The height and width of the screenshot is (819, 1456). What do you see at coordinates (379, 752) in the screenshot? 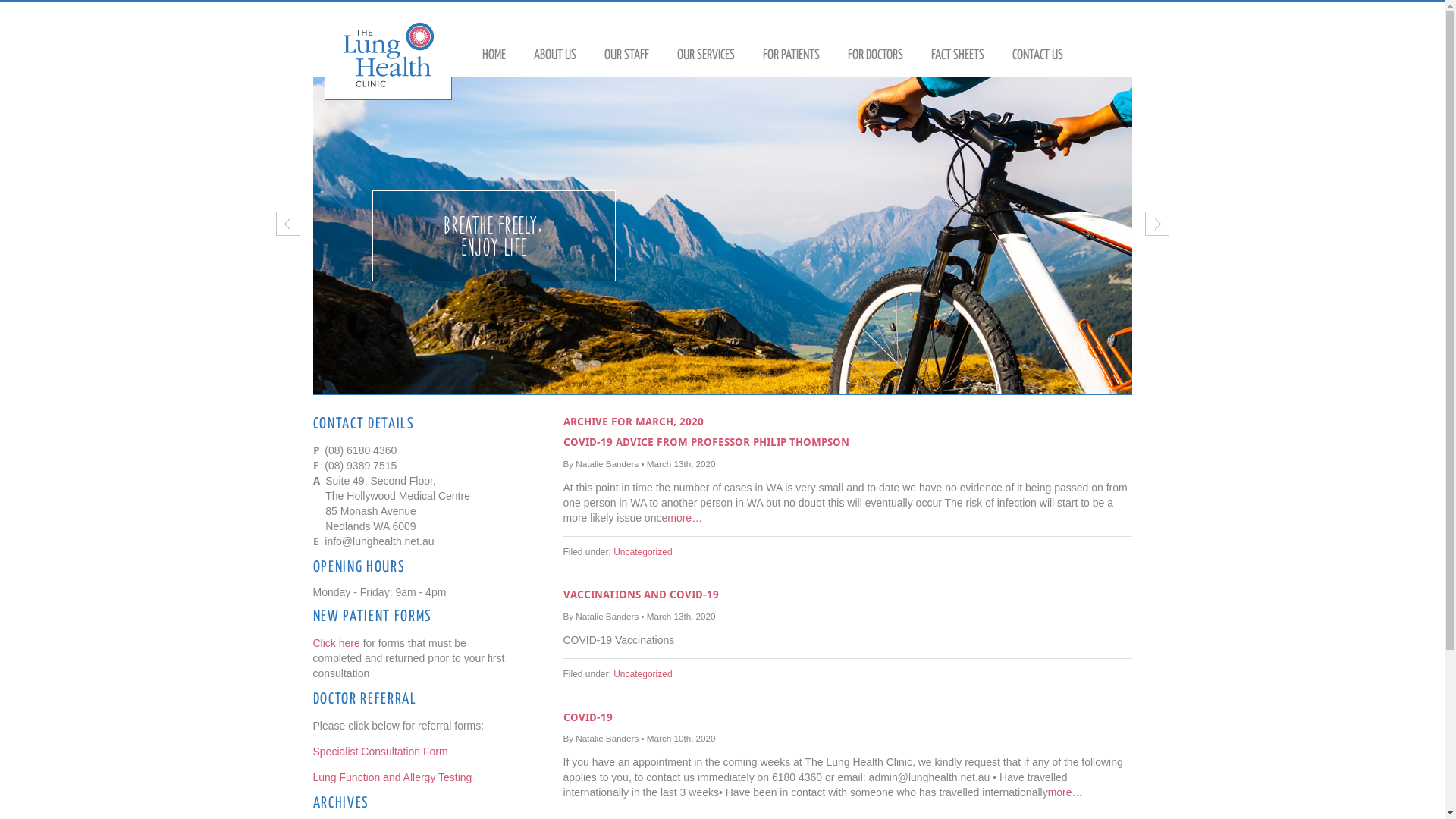
I see `'Specialist Consultation Form'` at bounding box center [379, 752].